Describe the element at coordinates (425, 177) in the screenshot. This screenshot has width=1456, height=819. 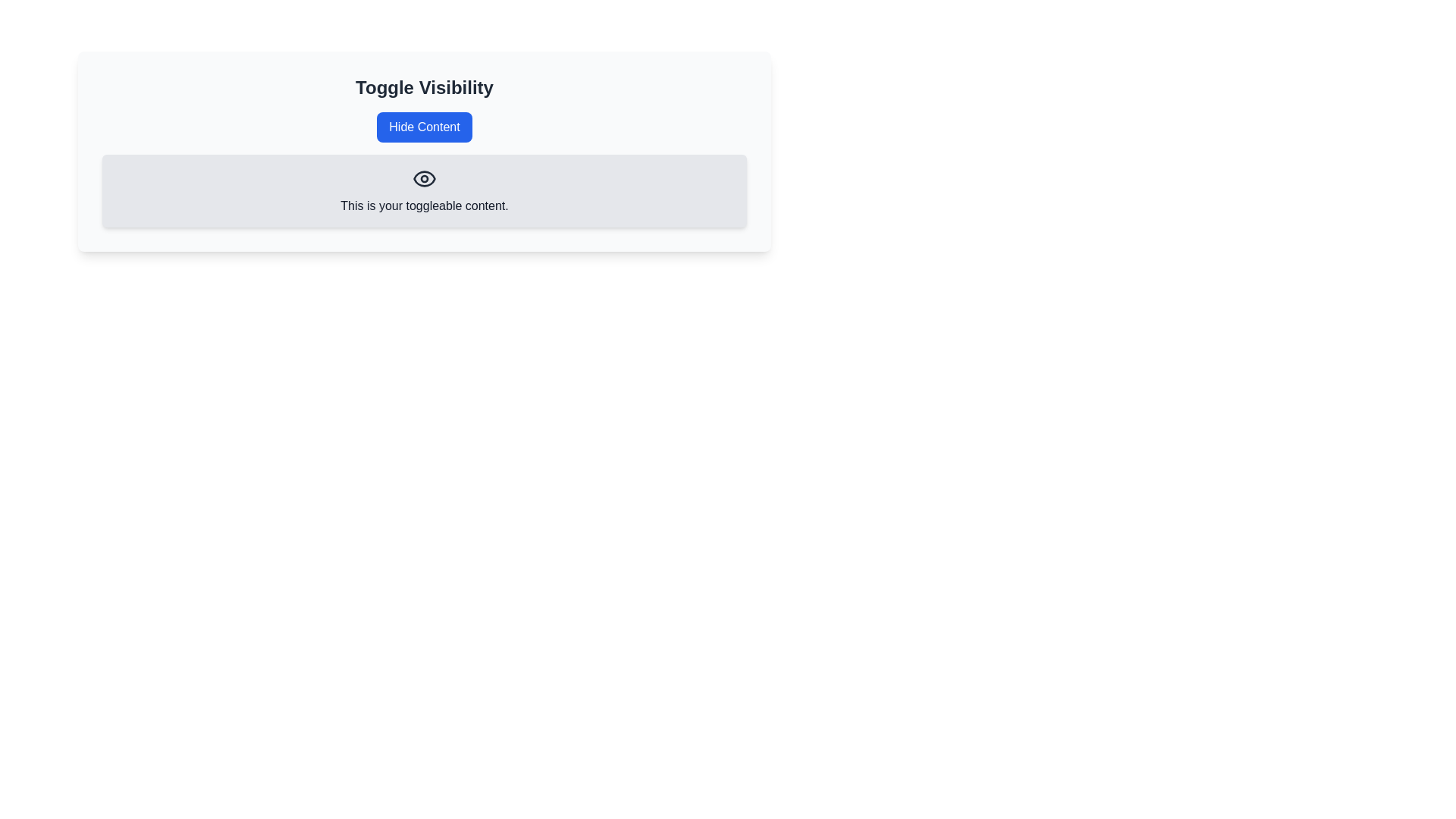
I see `the black stylized eye icon that is centrally located above the text 'This is your toggleable content.' within the gray content box` at that location.